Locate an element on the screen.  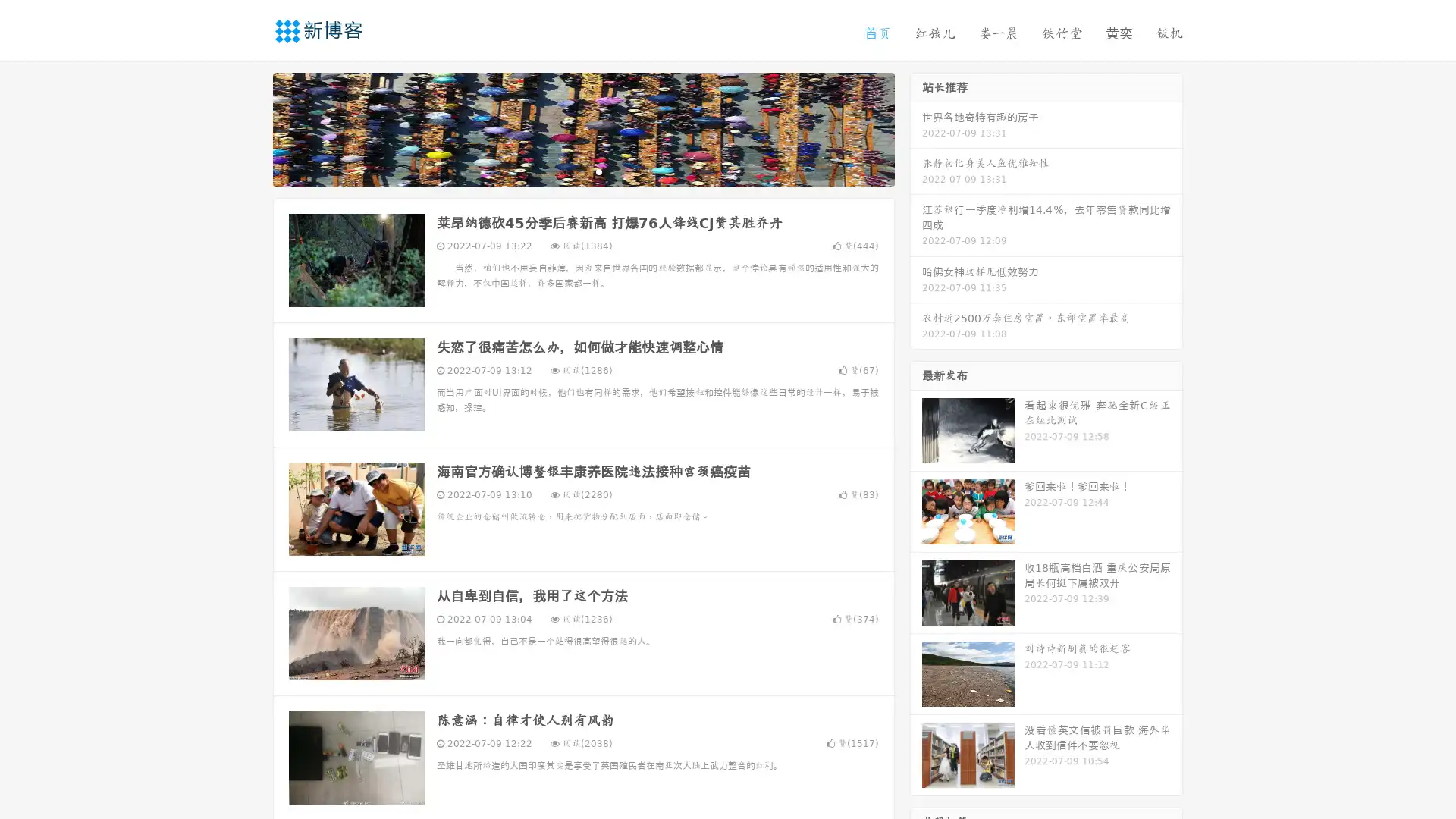
Go to slide 2 is located at coordinates (582, 171).